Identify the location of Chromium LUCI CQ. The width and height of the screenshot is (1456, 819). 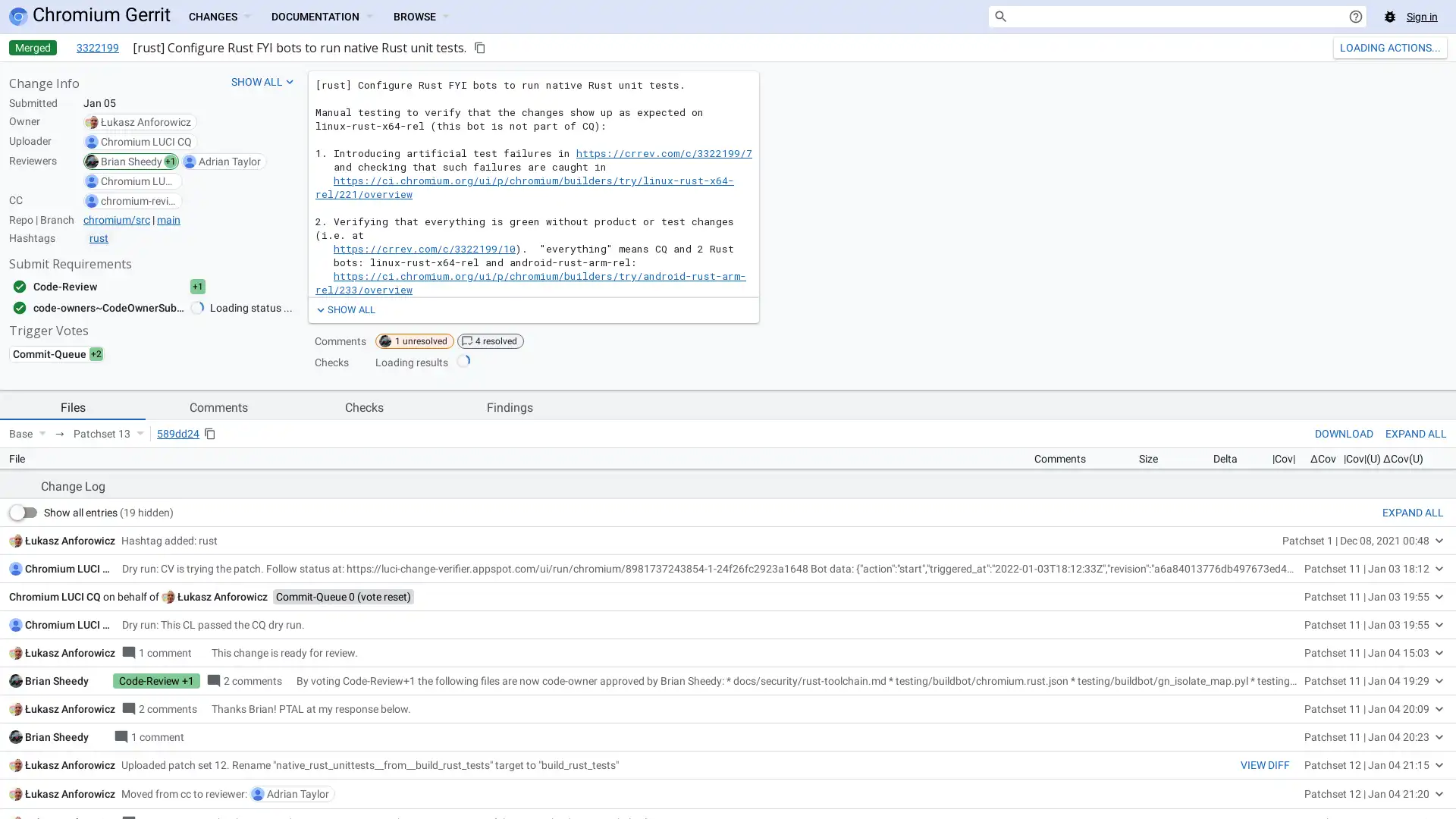
(146, 141).